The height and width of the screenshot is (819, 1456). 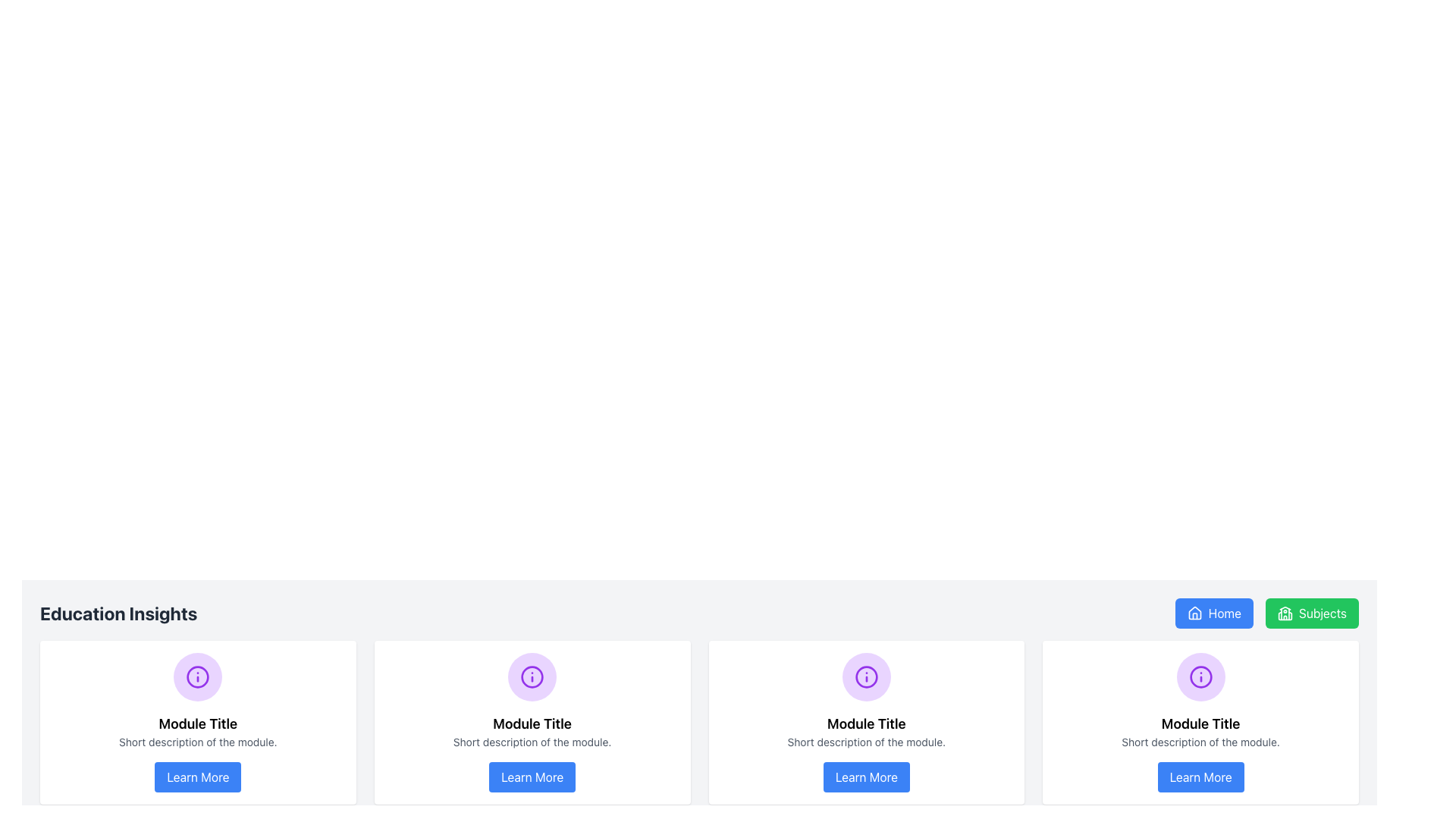 What do you see at coordinates (532, 777) in the screenshot?
I see `the button located at the bottom center of the card` at bounding box center [532, 777].